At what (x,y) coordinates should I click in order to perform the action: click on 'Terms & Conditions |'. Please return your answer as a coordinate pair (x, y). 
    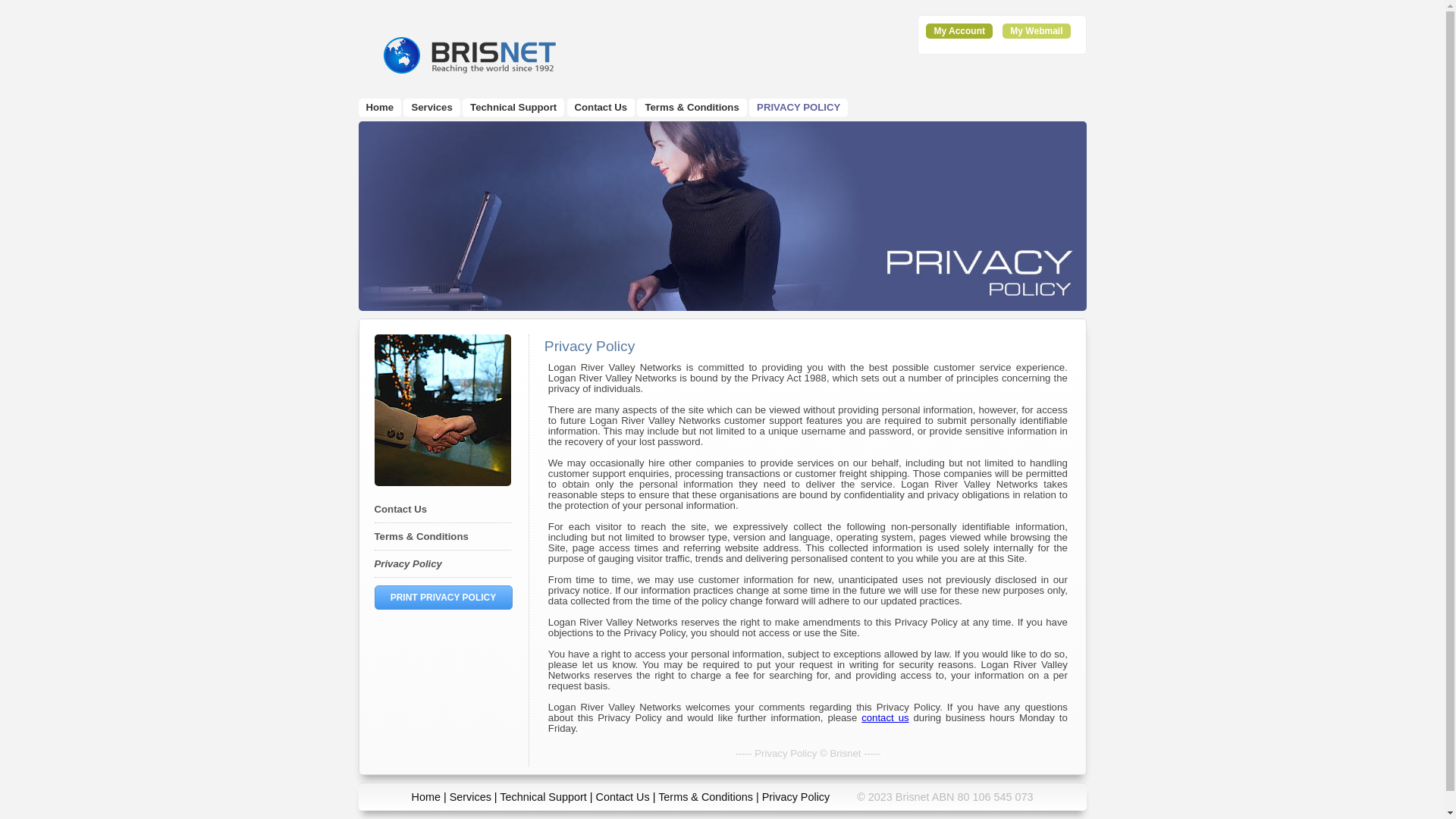
    Looking at the image, I should click on (709, 795).